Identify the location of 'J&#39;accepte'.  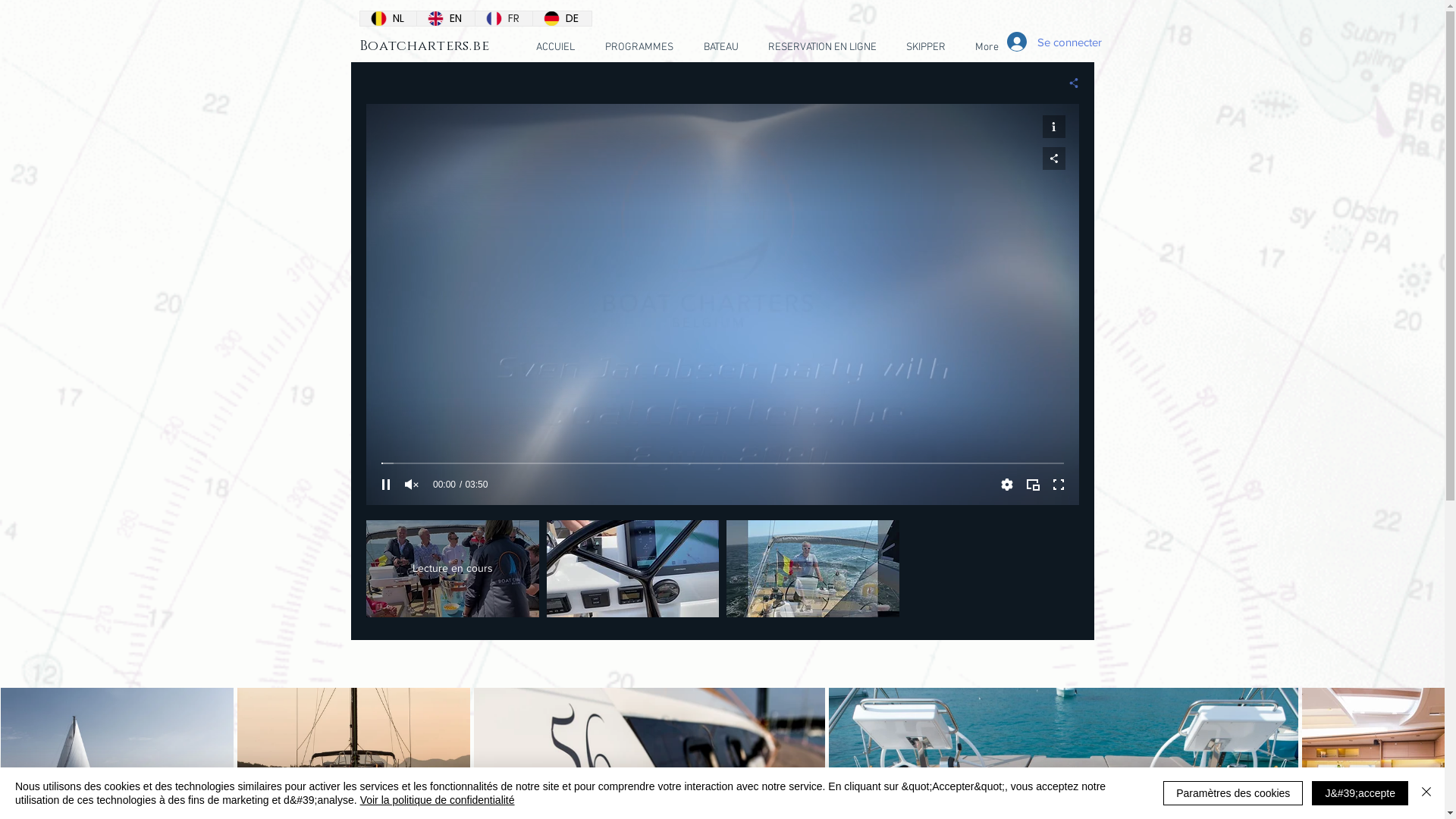
(1360, 792).